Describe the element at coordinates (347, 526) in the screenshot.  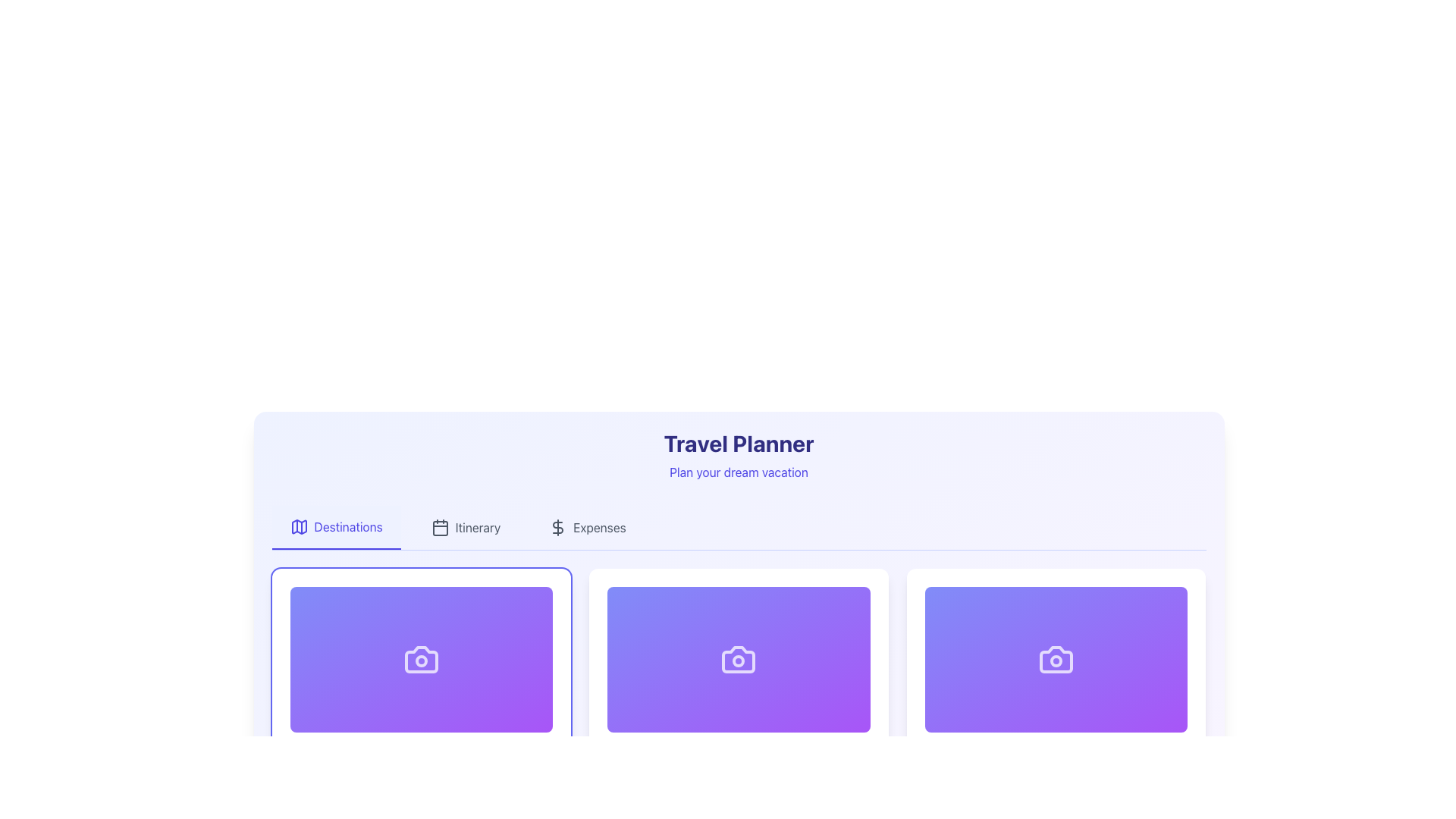
I see `the 'Destinations' text label, which is styled with a blue font and is part of a selected navigation section in a light blue background` at that location.